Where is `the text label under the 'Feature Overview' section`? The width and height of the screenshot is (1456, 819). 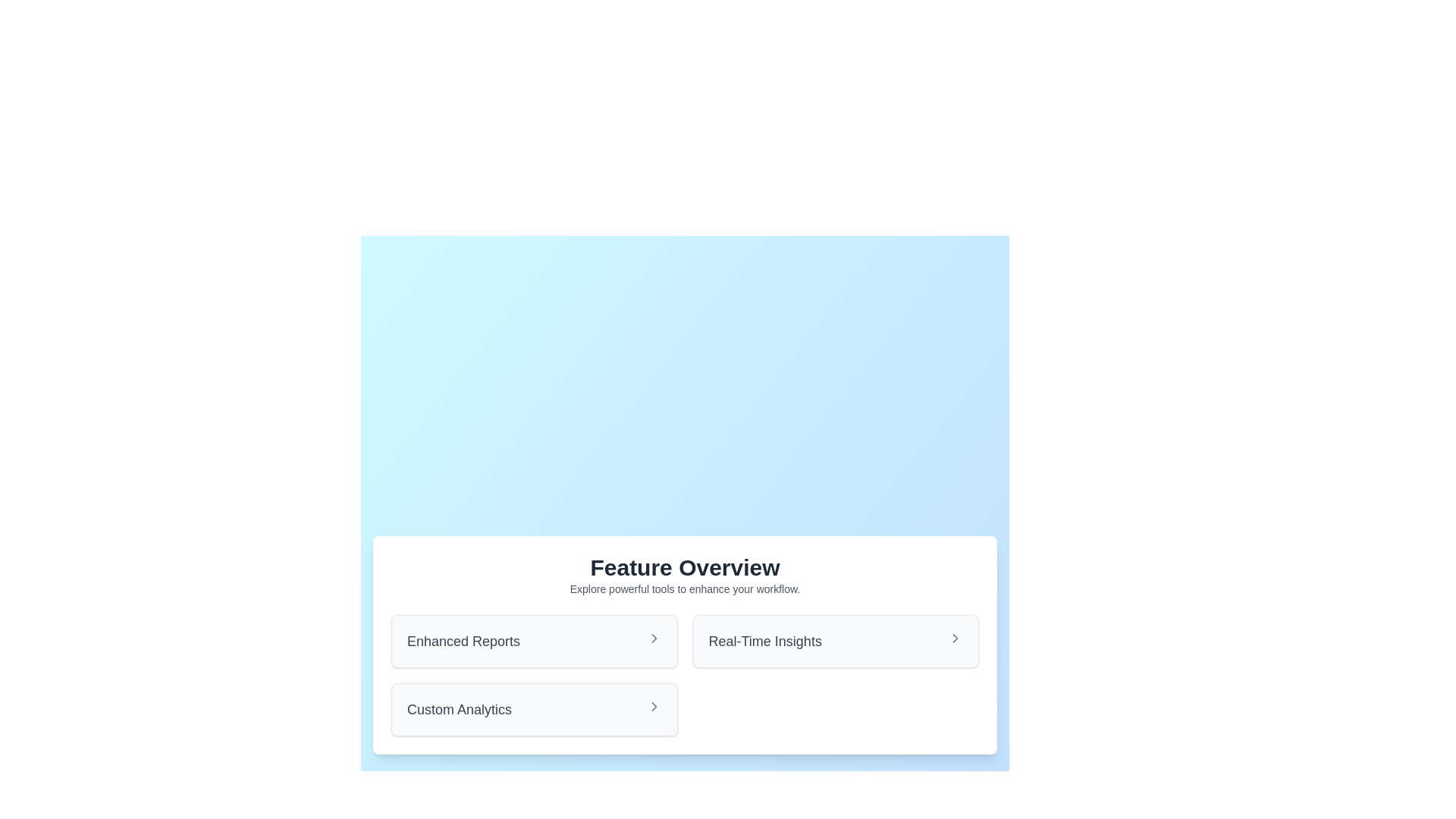
the text label under the 'Feature Overview' section is located at coordinates (463, 641).